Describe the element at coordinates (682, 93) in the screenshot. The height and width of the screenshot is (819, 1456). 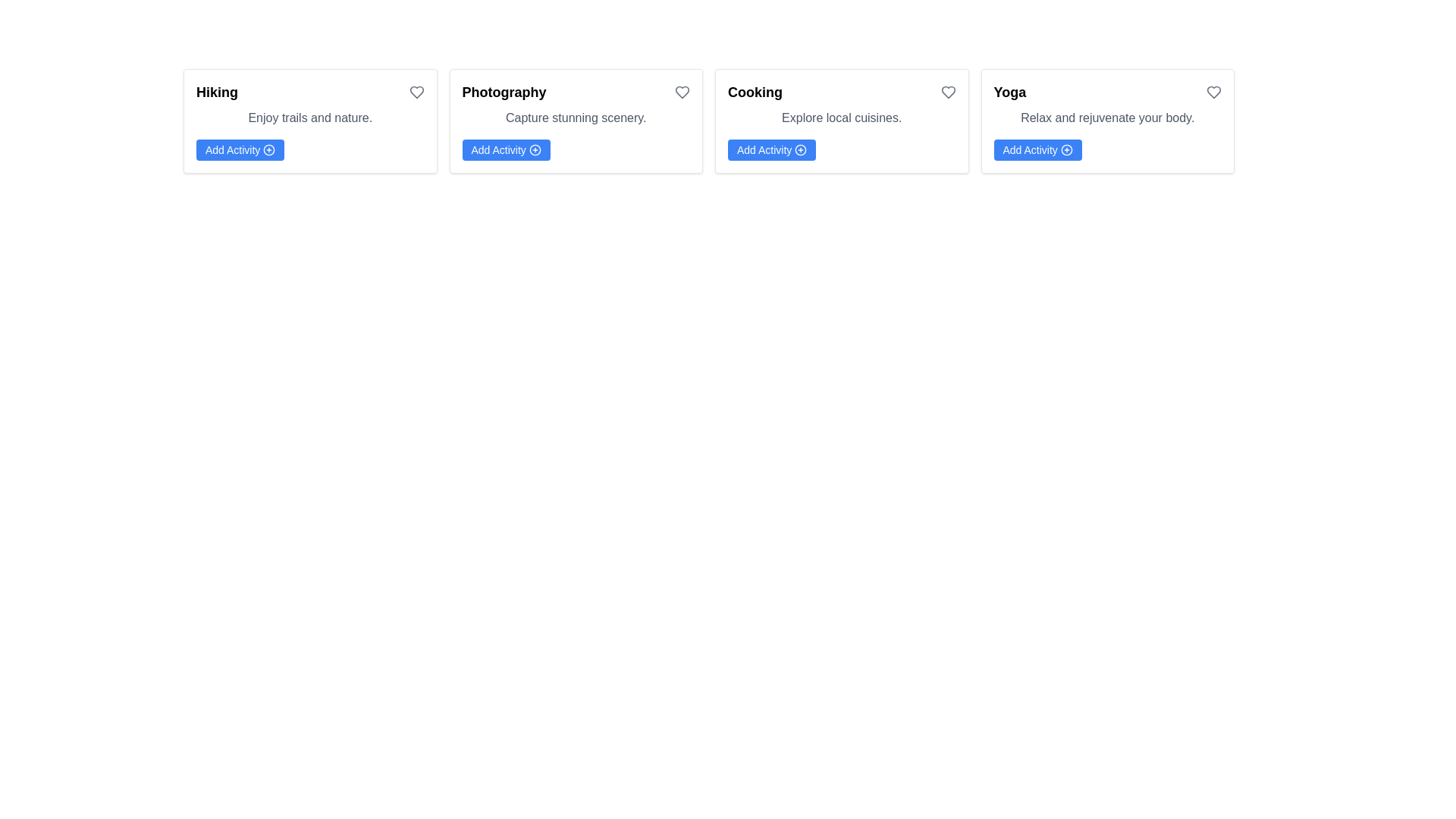
I see `the hollow heart icon located at the top-right corner of the 'Photography' card` at that location.